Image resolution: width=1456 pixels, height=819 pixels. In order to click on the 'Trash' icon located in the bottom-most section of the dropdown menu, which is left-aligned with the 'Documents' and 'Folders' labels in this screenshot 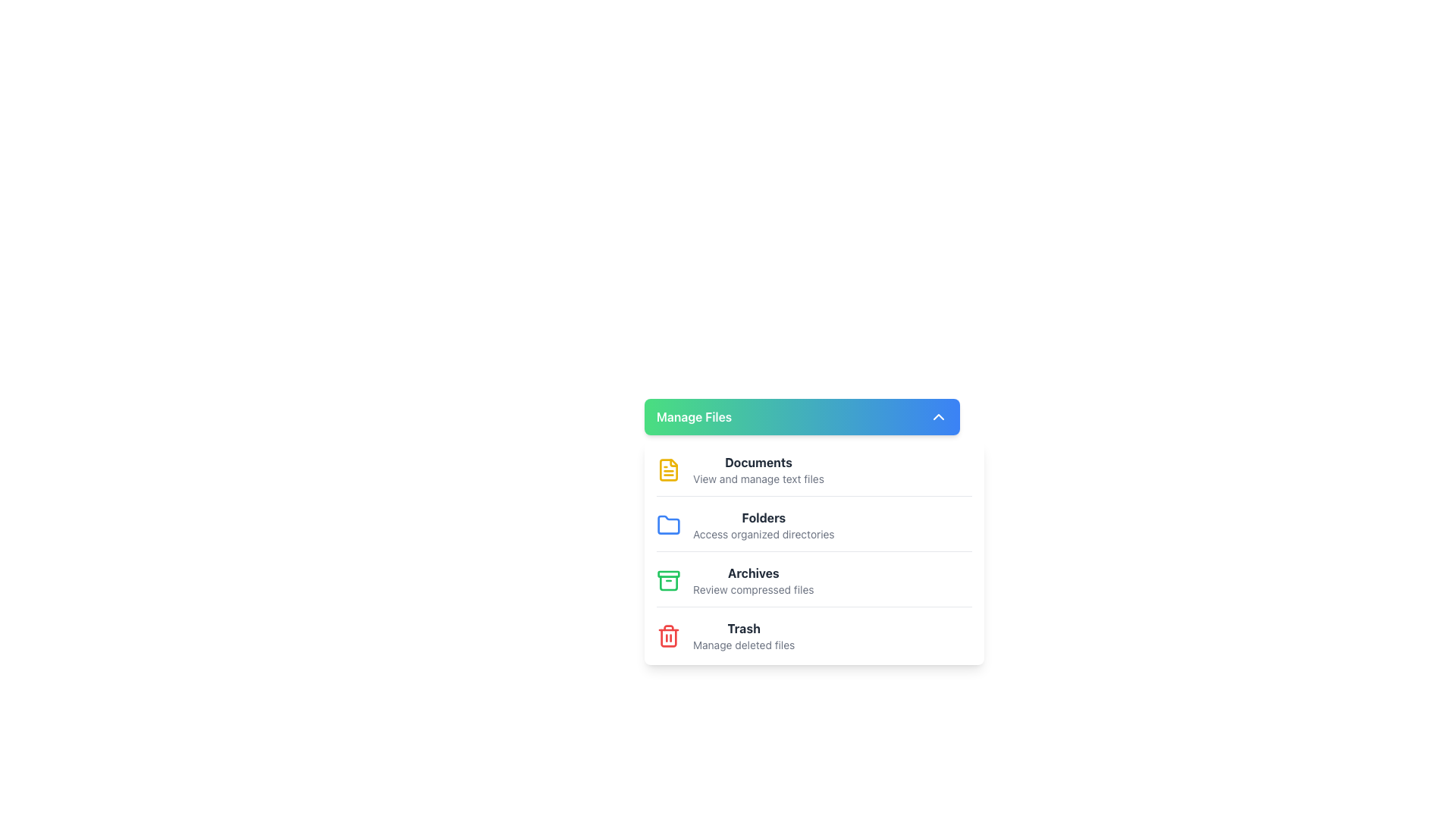, I will do `click(668, 636)`.